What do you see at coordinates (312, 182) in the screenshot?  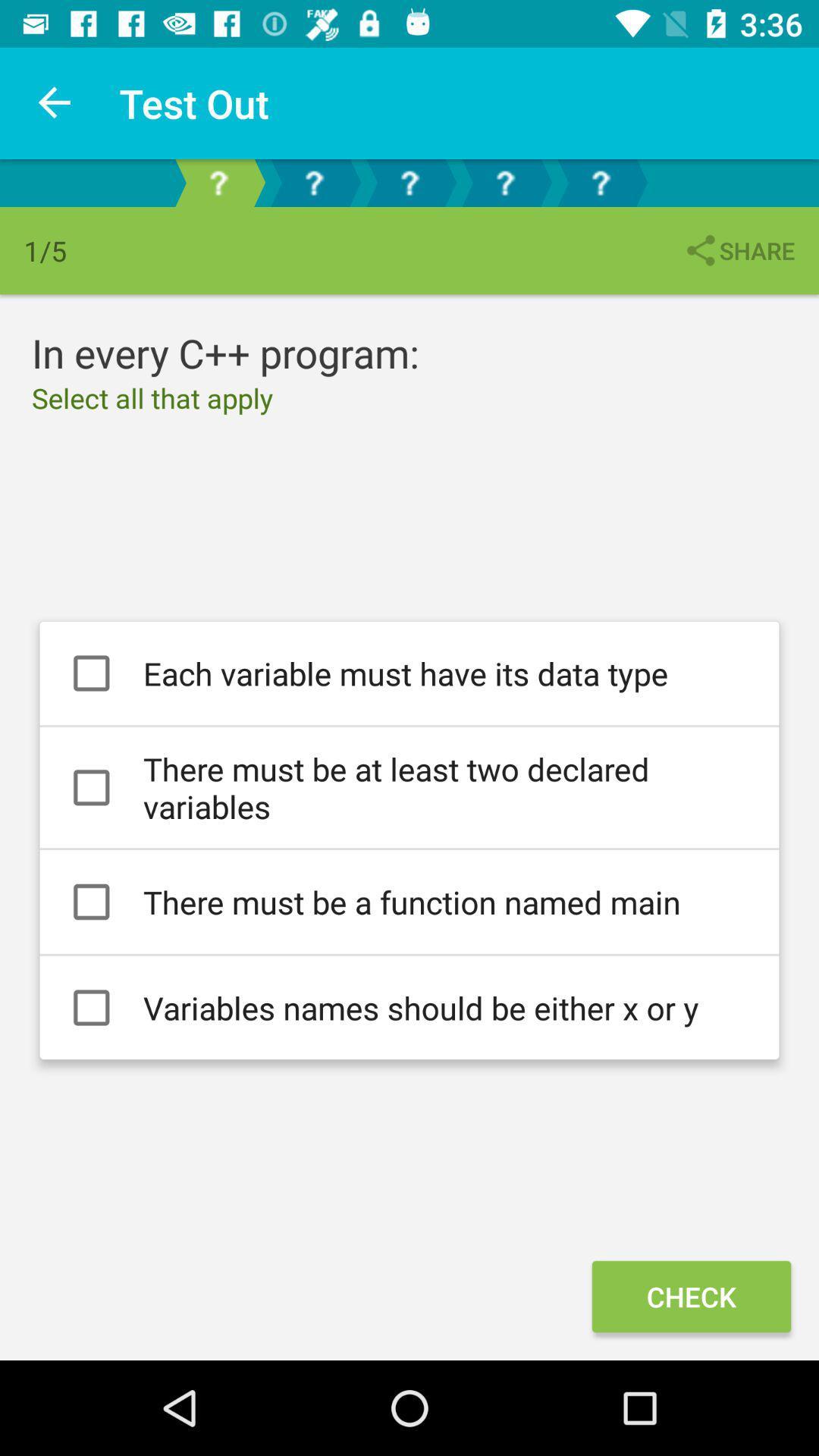 I see `next question` at bounding box center [312, 182].